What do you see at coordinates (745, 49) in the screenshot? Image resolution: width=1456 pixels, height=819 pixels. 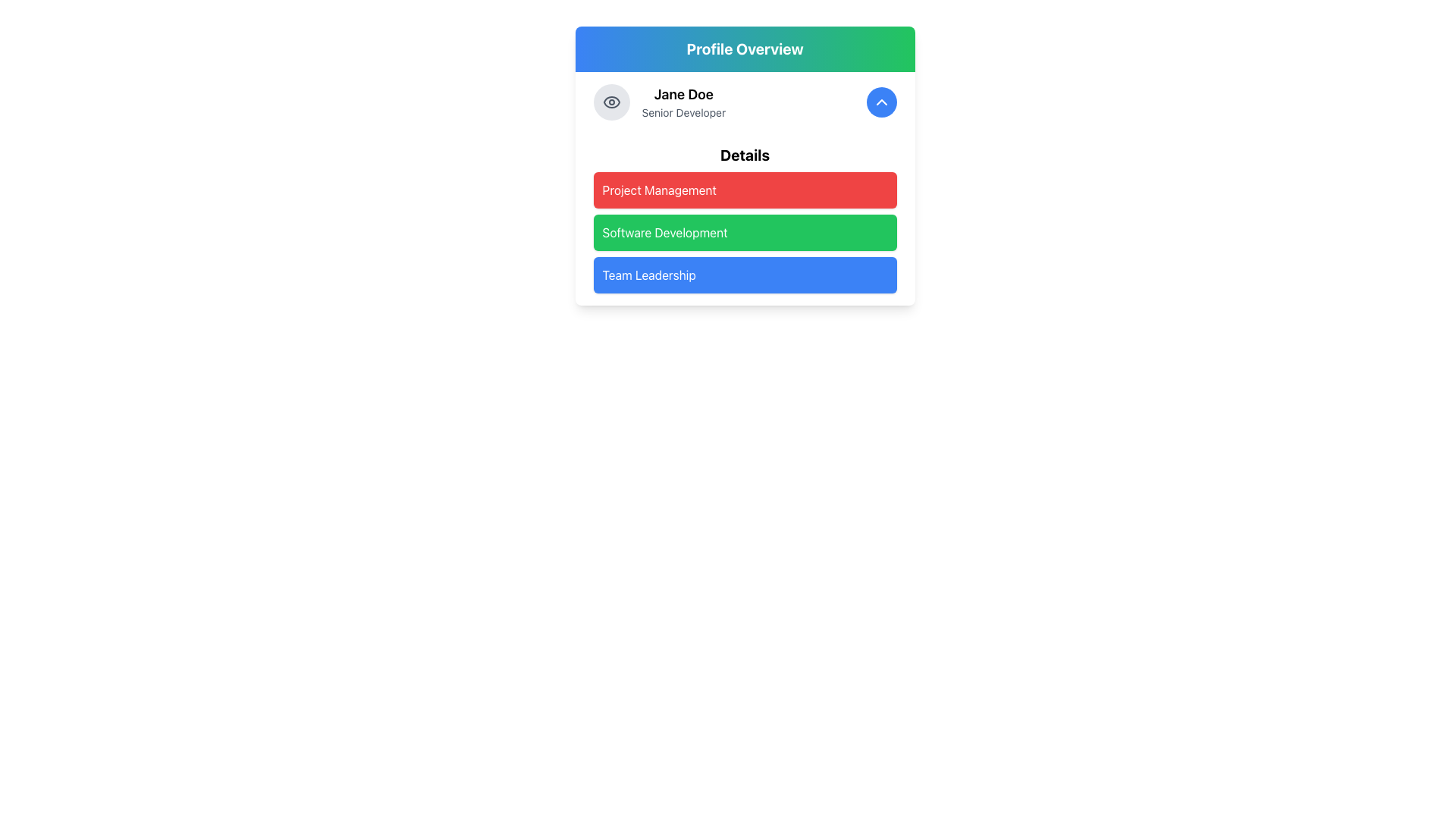 I see `the header element that serves as the main title for the user profile card, positioned at the top of the card layout` at bounding box center [745, 49].